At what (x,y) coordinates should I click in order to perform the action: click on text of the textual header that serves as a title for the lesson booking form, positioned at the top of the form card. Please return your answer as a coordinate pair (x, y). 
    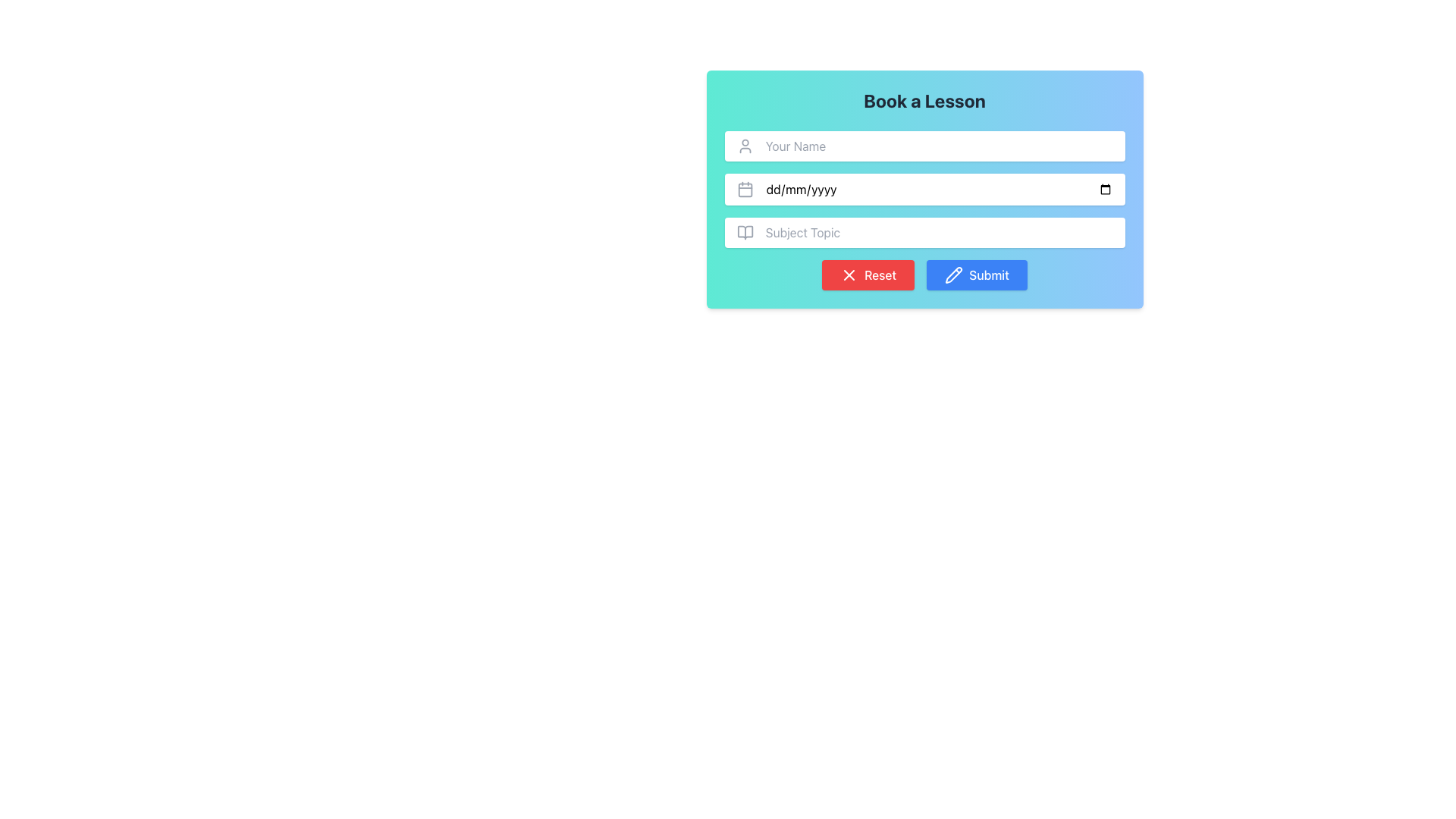
    Looking at the image, I should click on (924, 100).